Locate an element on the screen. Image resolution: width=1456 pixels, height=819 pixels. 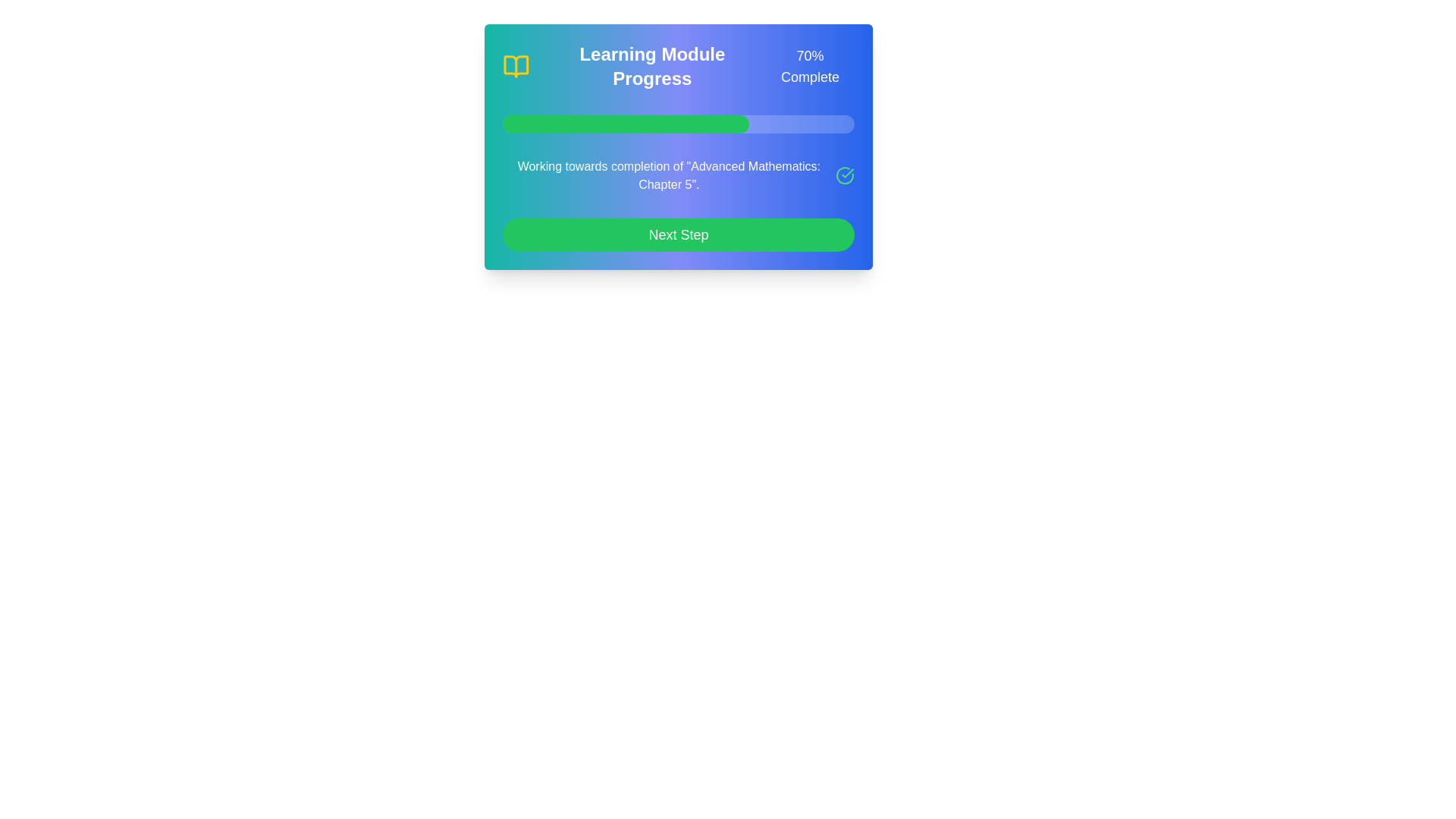
the static text label displaying 'Working towards completion of "Advanced Mathematics: Chapter 5"' which is centered in a blue gradient background, located above the green 'Next Step' button is located at coordinates (668, 174).